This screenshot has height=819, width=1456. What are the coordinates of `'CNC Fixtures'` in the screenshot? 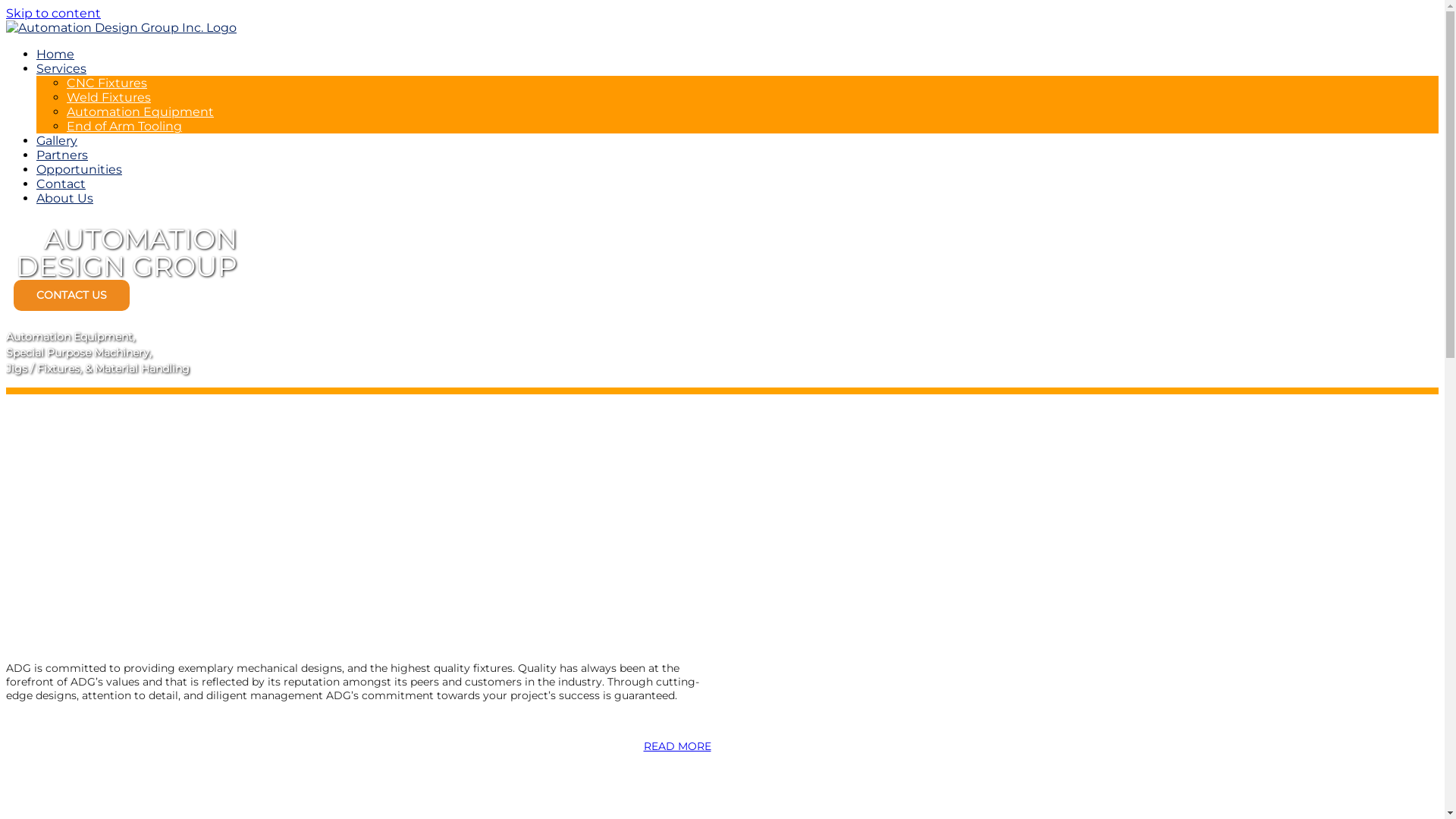 It's located at (65, 83).